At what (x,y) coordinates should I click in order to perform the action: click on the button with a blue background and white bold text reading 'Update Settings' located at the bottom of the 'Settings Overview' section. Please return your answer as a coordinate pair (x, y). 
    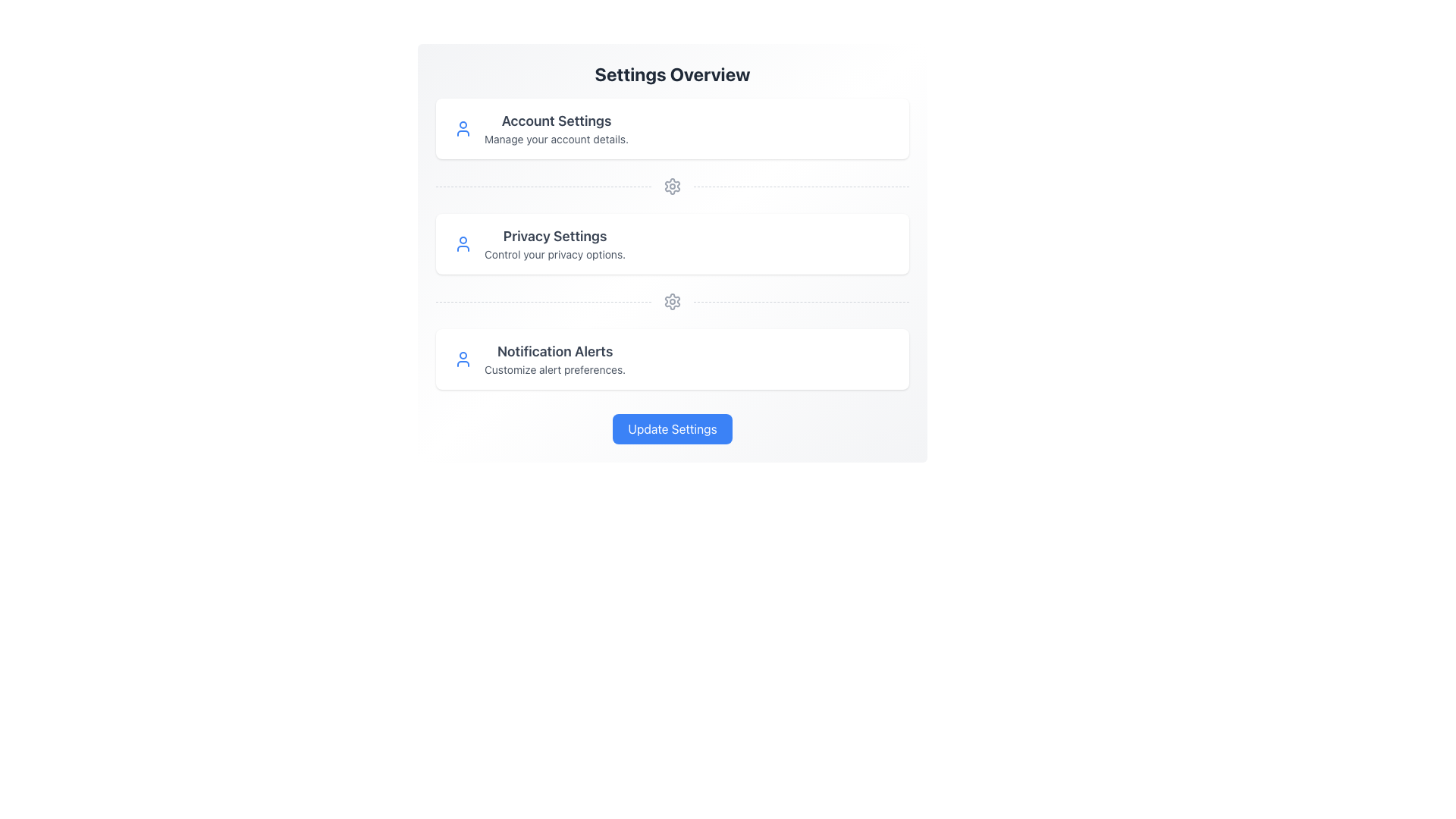
    Looking at the image, I should click on (672, 429).